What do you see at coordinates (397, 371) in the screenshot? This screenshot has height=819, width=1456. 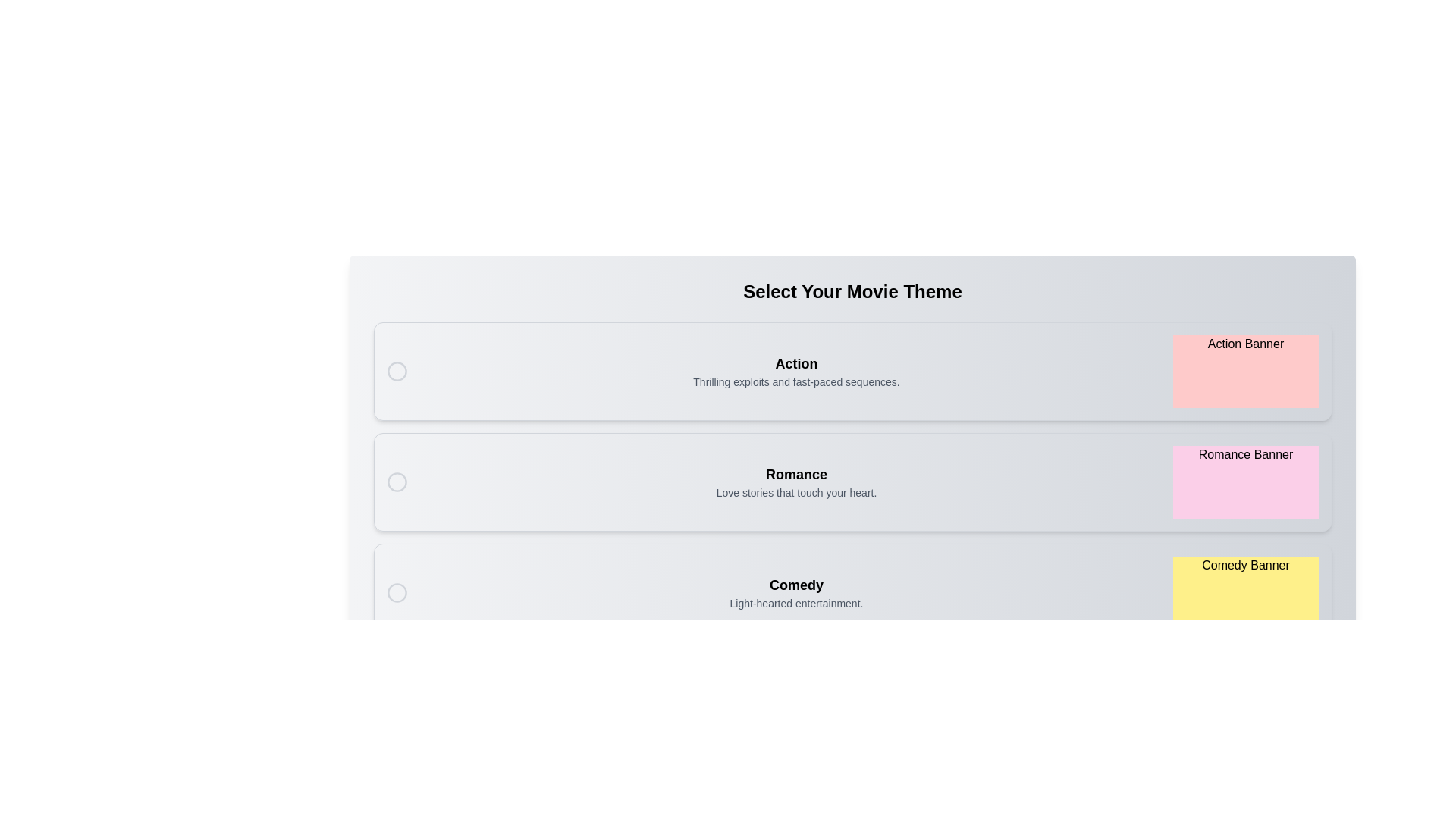 I see `the center of the circular graphical element, which is the inner circle of a radio button` at bounding box center [397, 371].